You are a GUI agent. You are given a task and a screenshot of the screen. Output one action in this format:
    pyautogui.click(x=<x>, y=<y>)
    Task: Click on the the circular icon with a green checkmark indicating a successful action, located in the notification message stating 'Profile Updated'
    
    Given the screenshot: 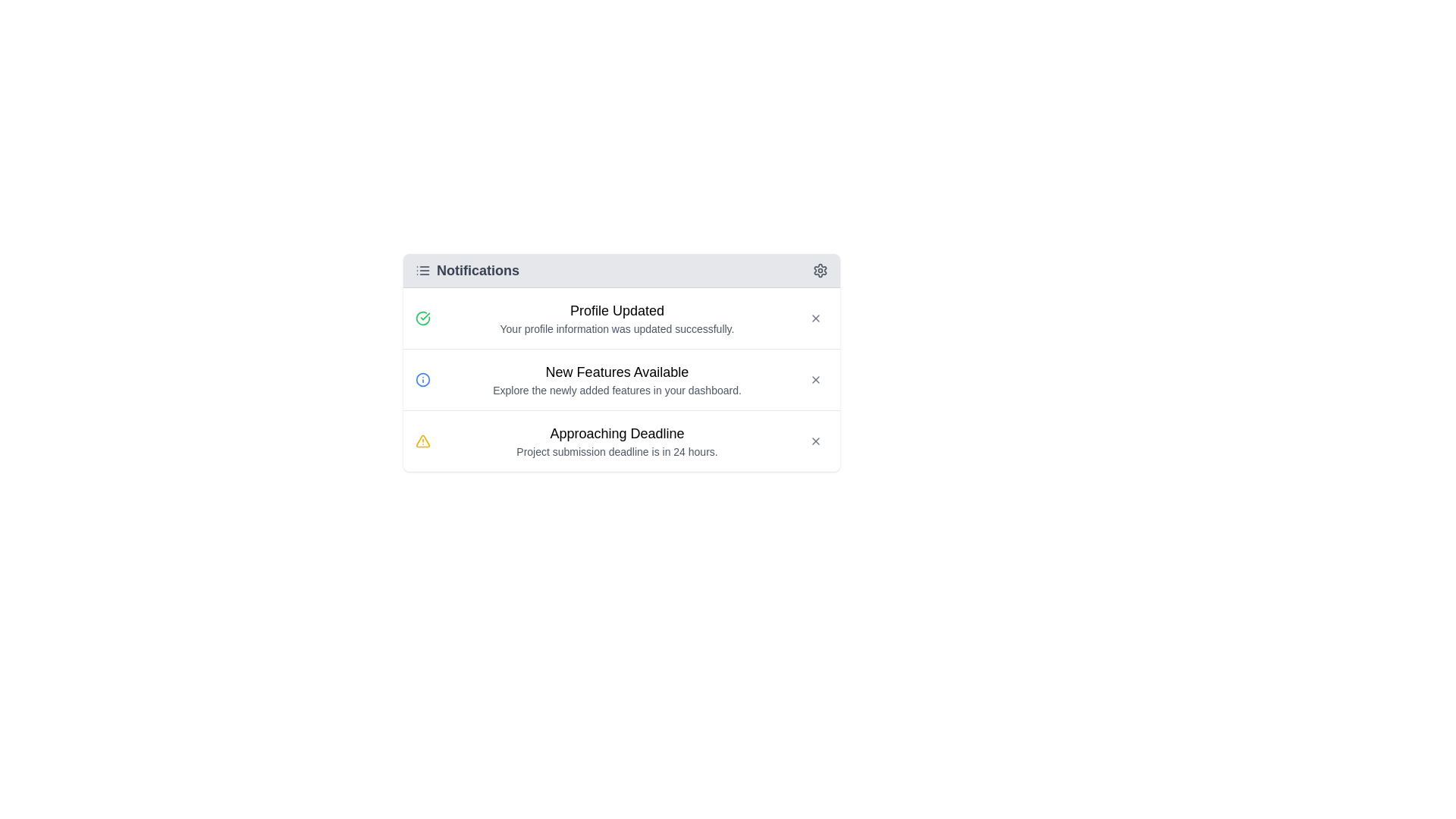 What is the action you would take?
    pyautogui.click(x=422, y=318)
    